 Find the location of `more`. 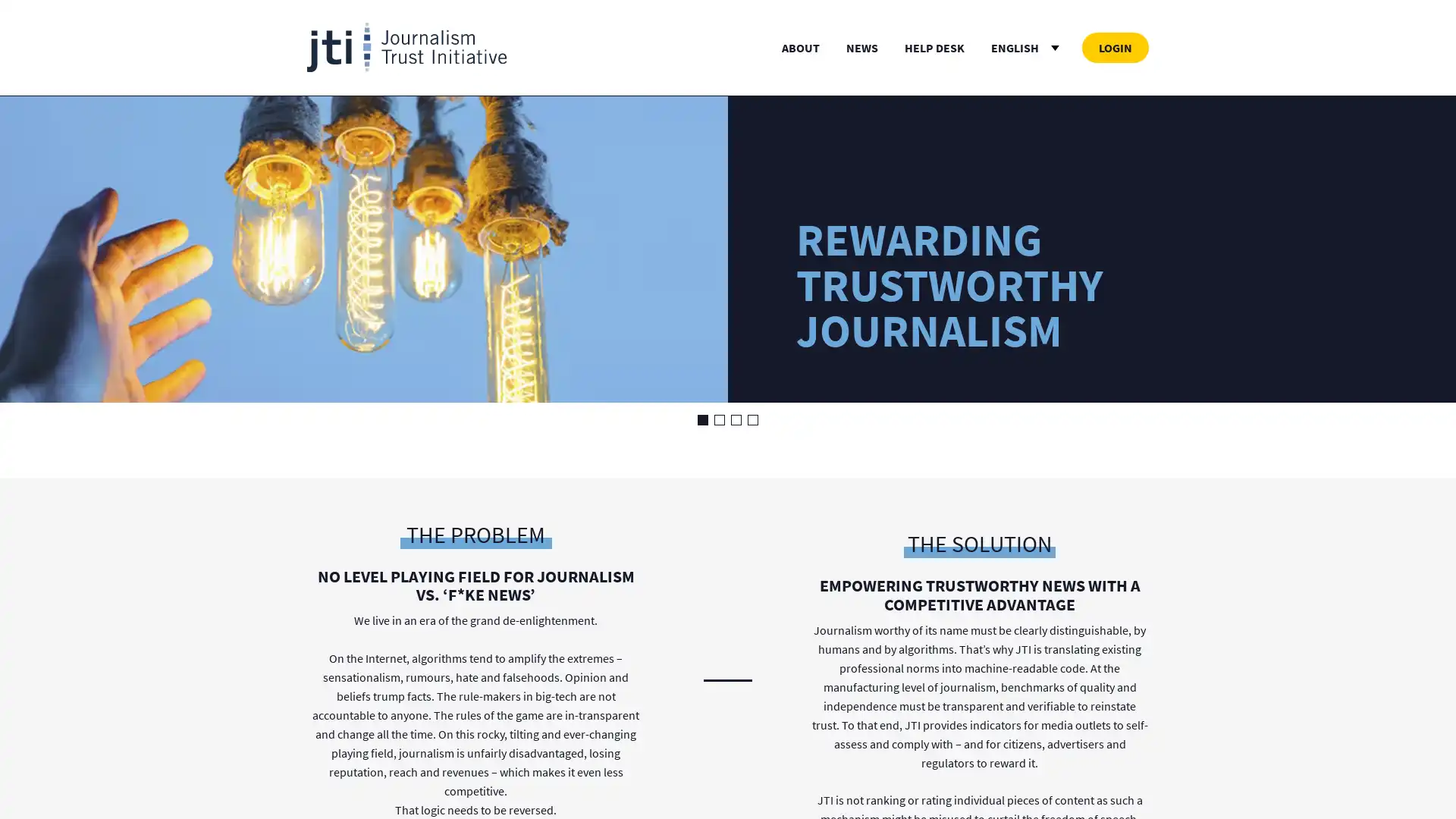

more is located at coordinates (619, 425).